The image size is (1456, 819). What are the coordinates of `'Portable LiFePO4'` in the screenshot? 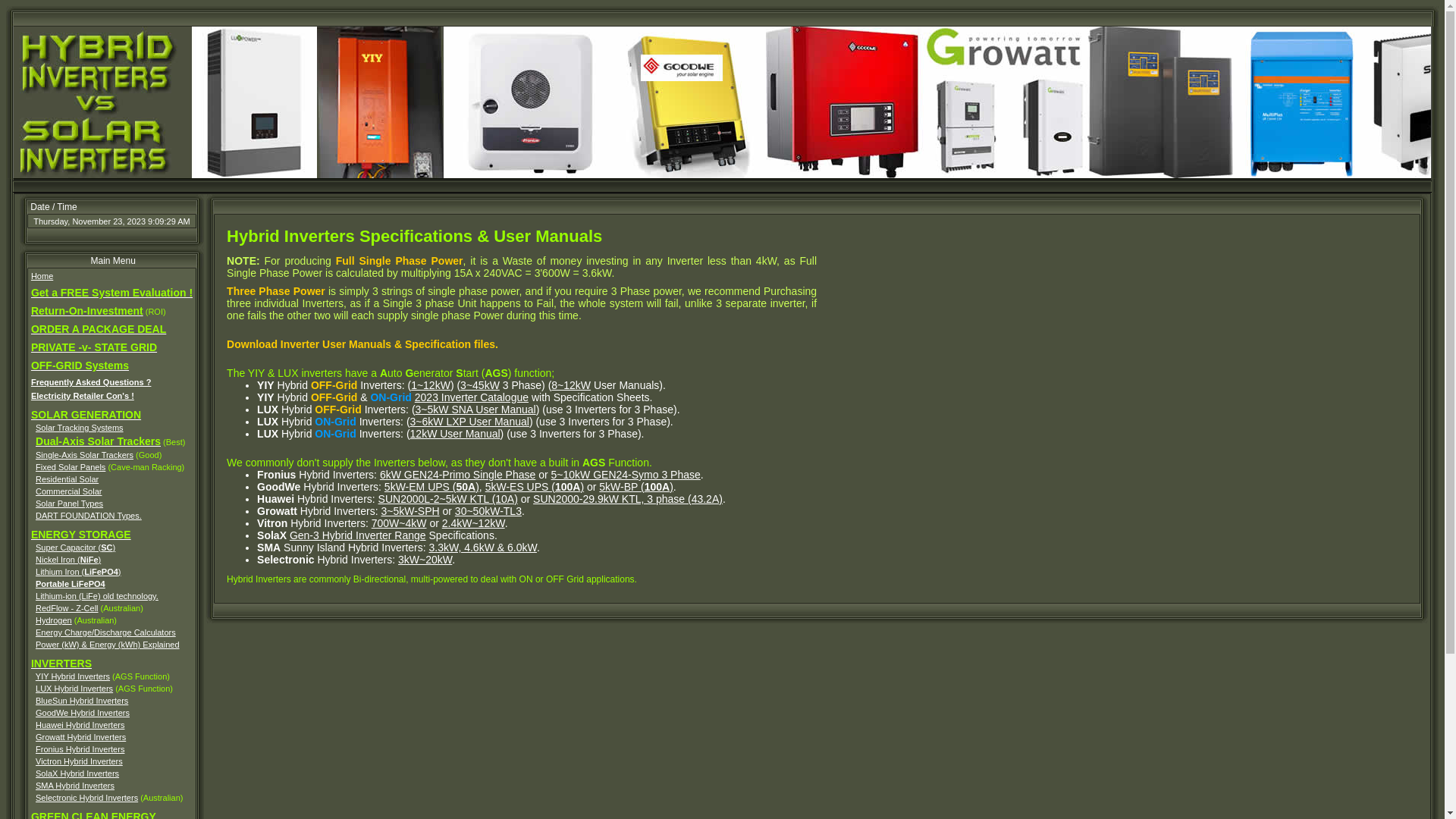 It's located at (36, 583).